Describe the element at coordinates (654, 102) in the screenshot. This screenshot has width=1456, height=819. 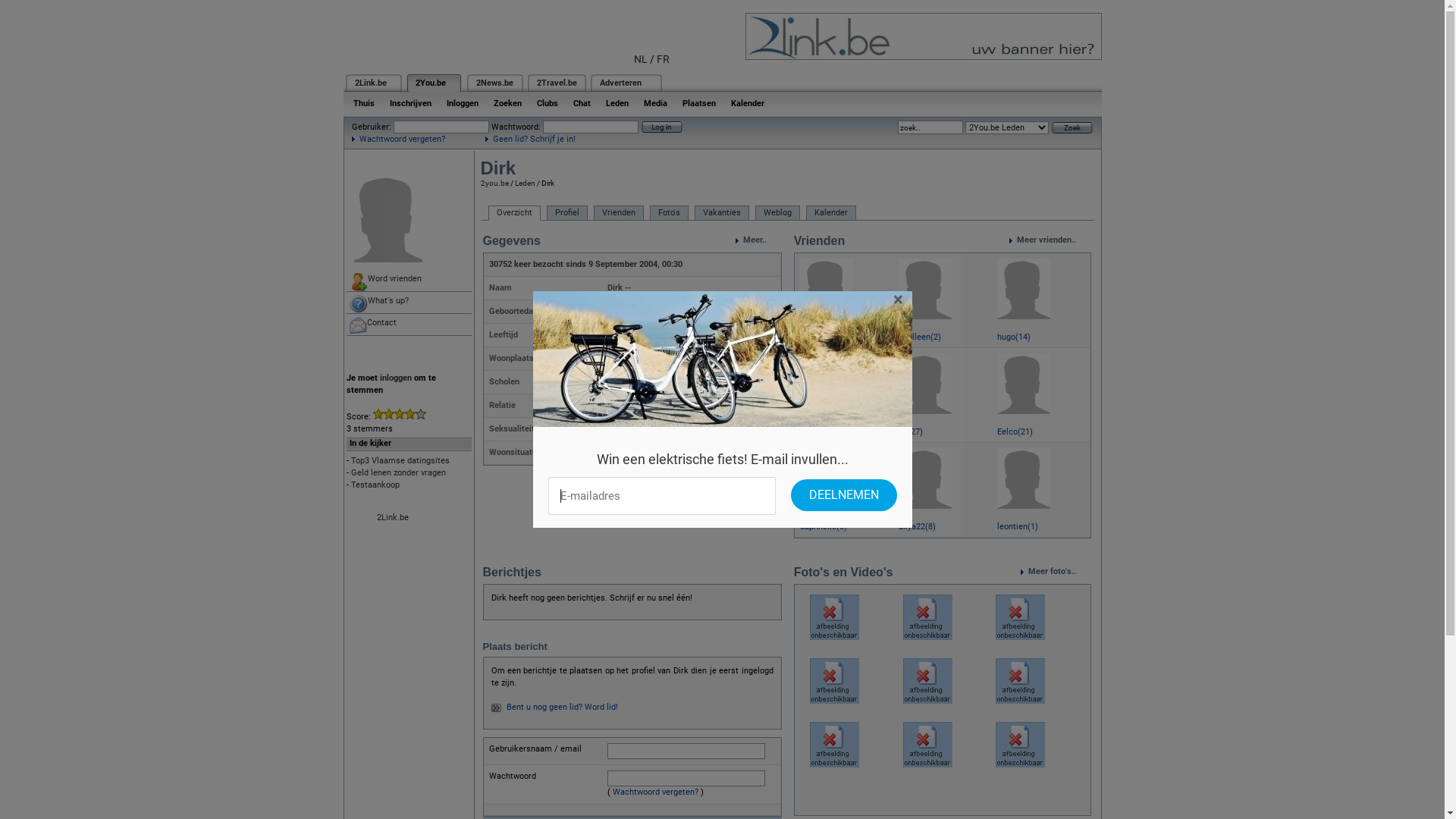
I see `'Media'` at that location.